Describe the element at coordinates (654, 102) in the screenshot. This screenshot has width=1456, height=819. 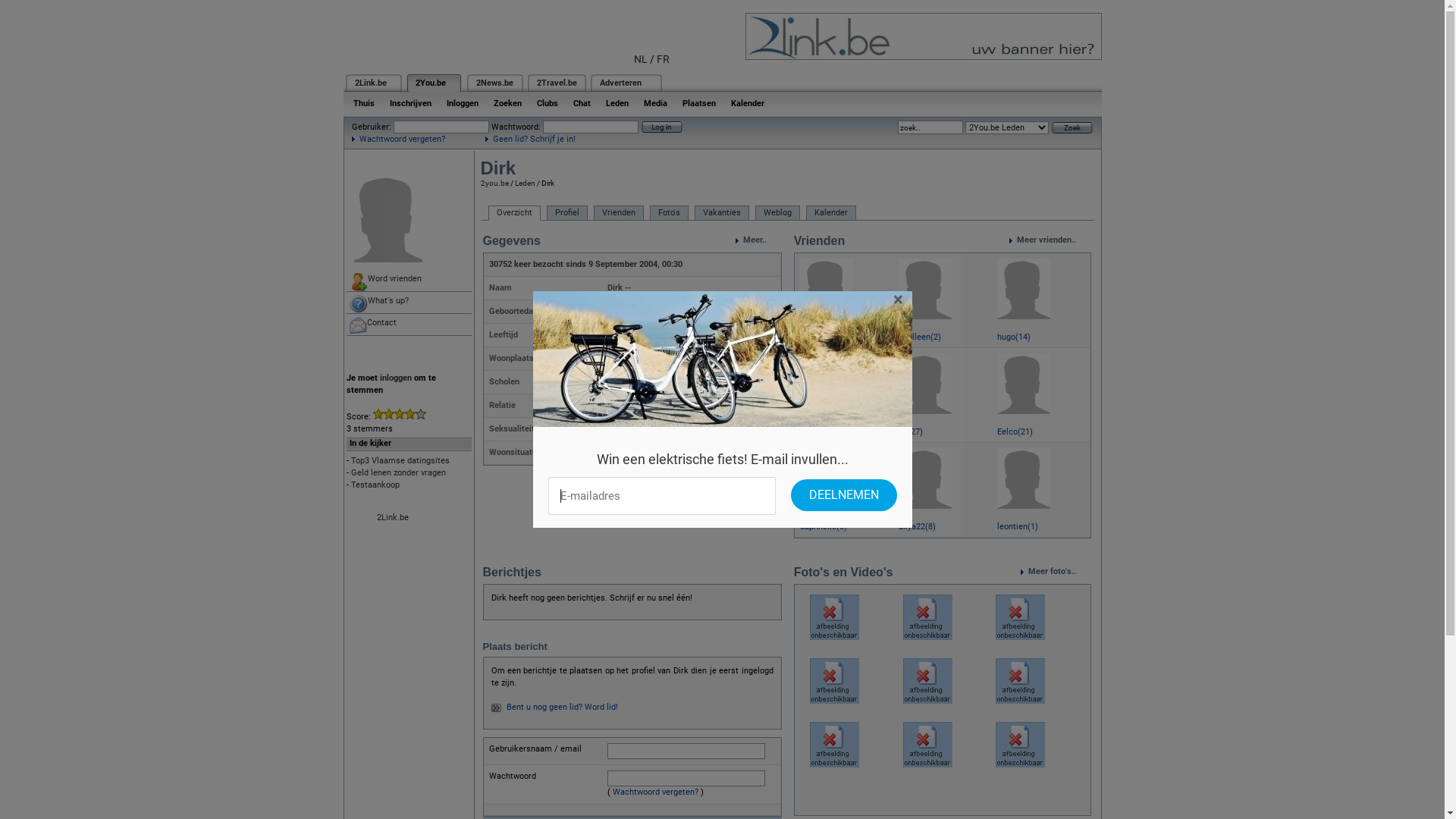
I see `'Media'` at that location.